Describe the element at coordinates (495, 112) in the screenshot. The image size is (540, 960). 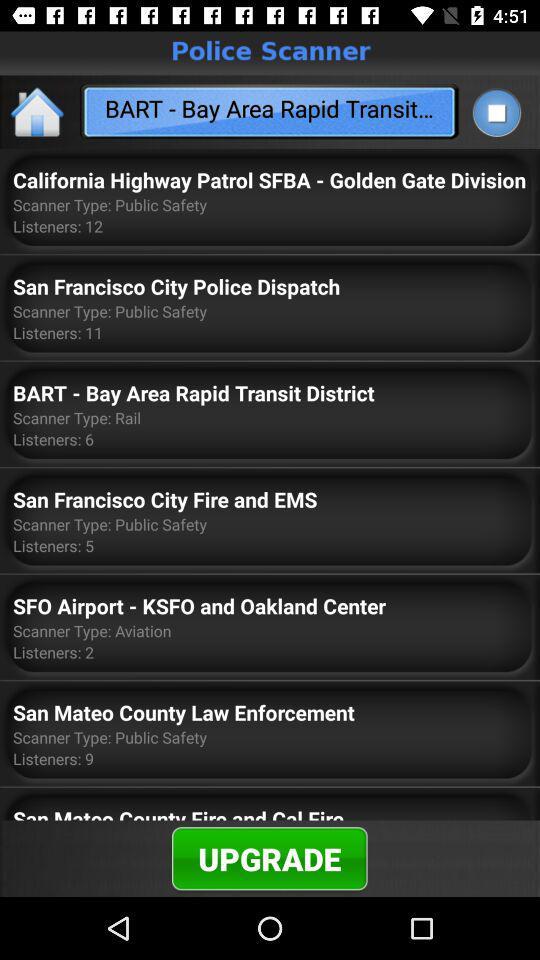
I see `stop current frequency` at that location.